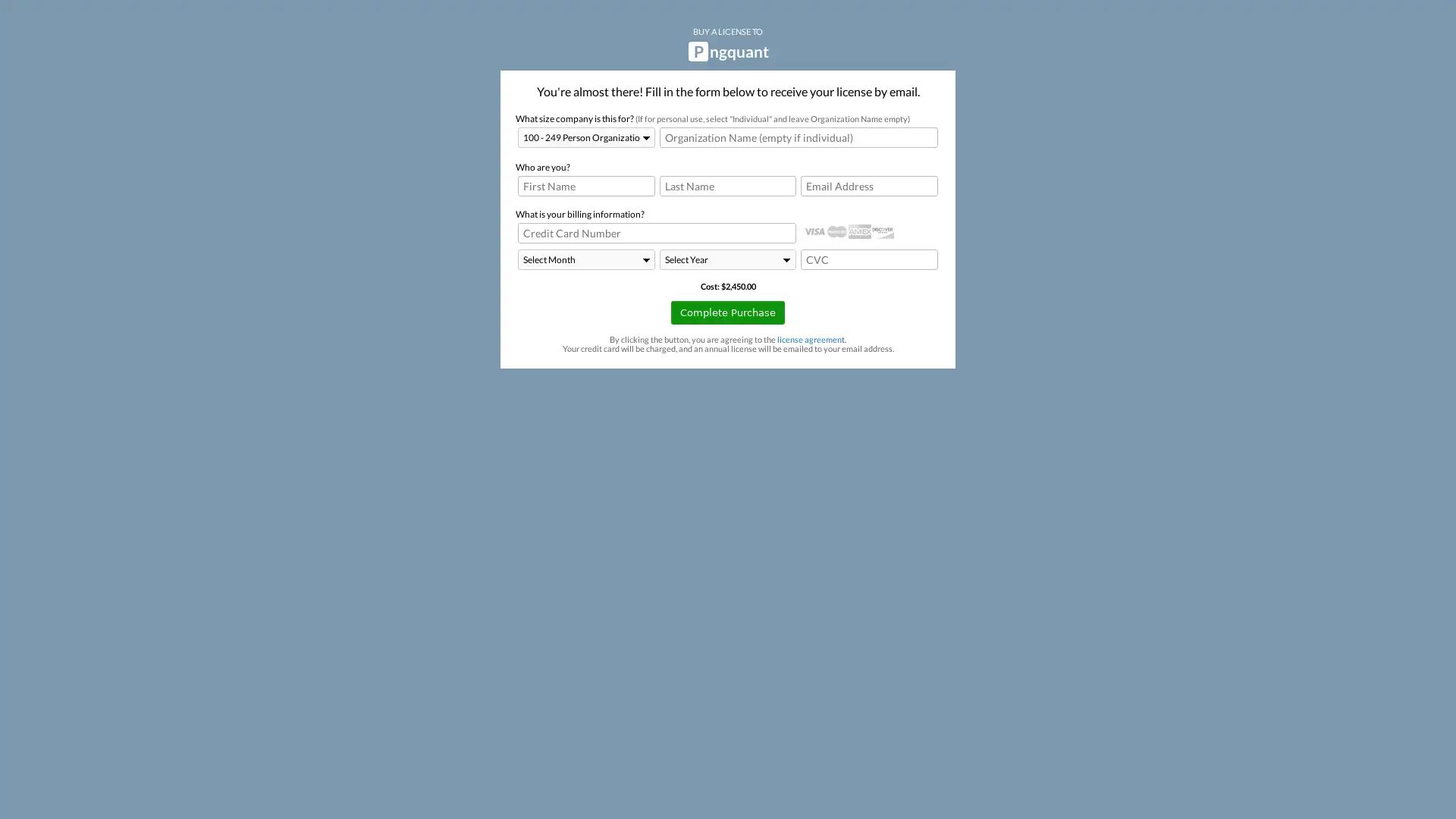  Describe the element at coordinates (728, 312) in the screenshot. I see `Complete Purchase` at that location.